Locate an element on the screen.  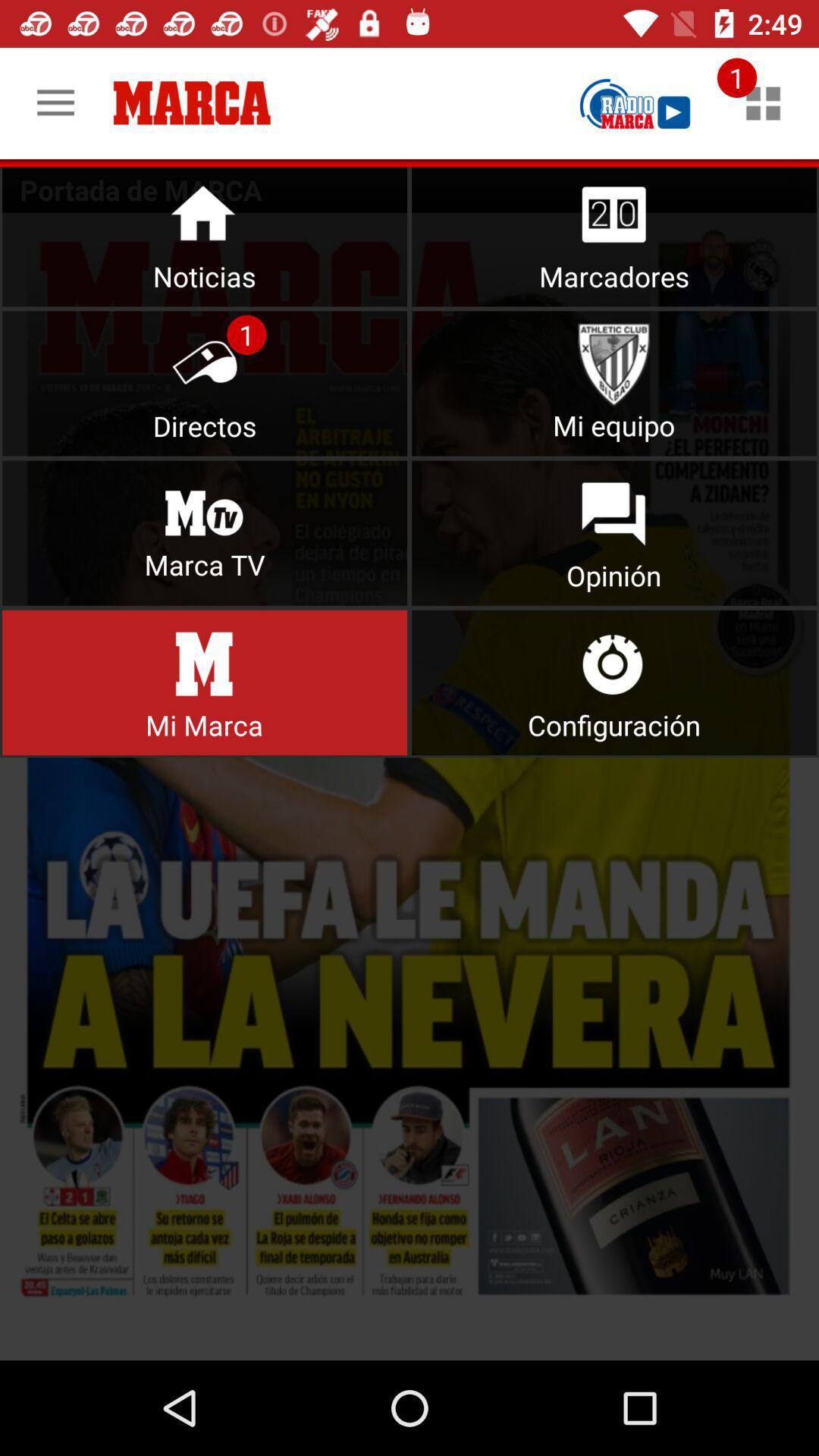
talk to other uses is located at coordinates (614, 533).